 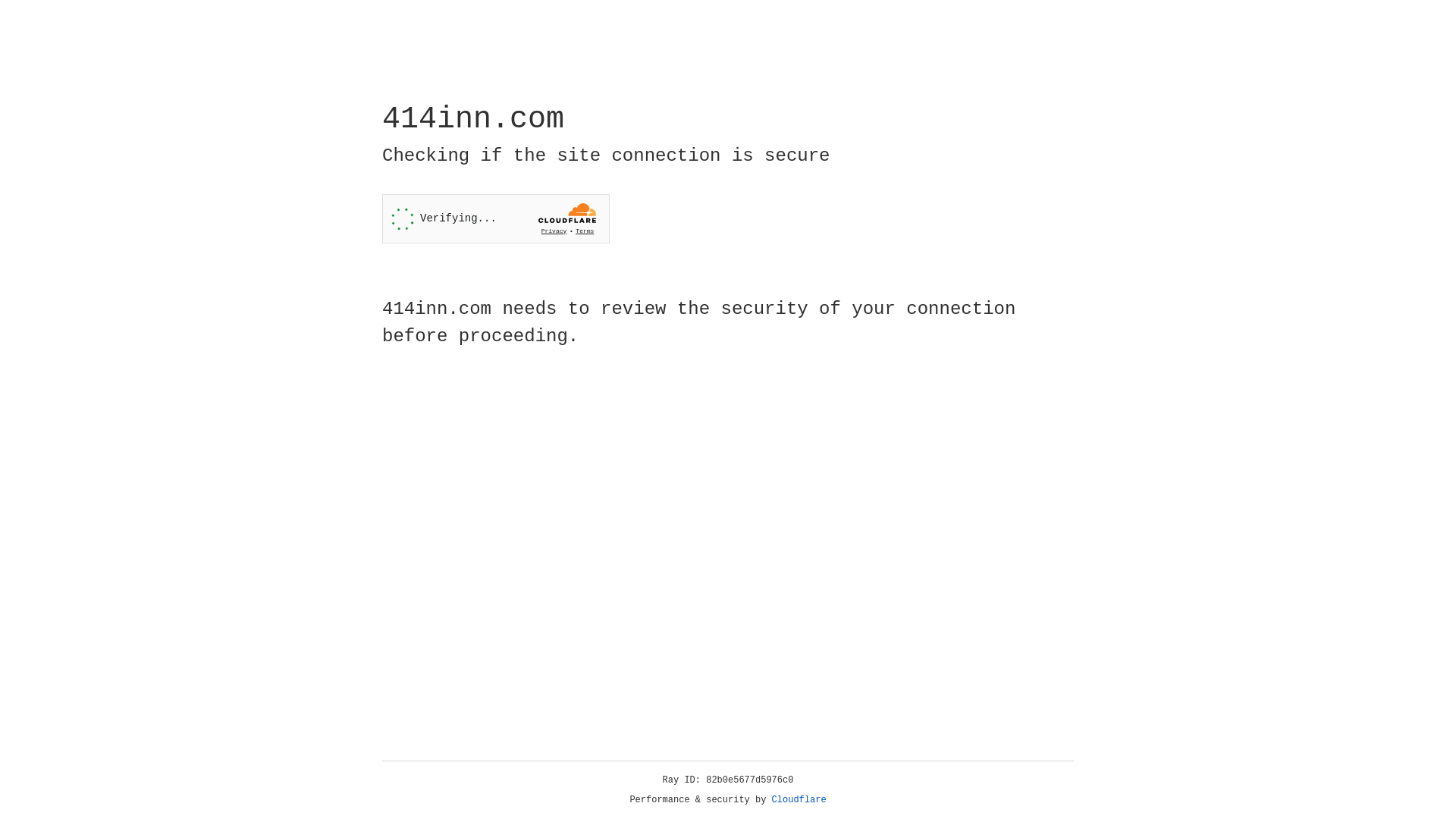 What do you see at coordinates (495, 218) in the screenshot?
I see `'Widget containing a Cloudflare security challenge'` at bounding box center [495, 218].